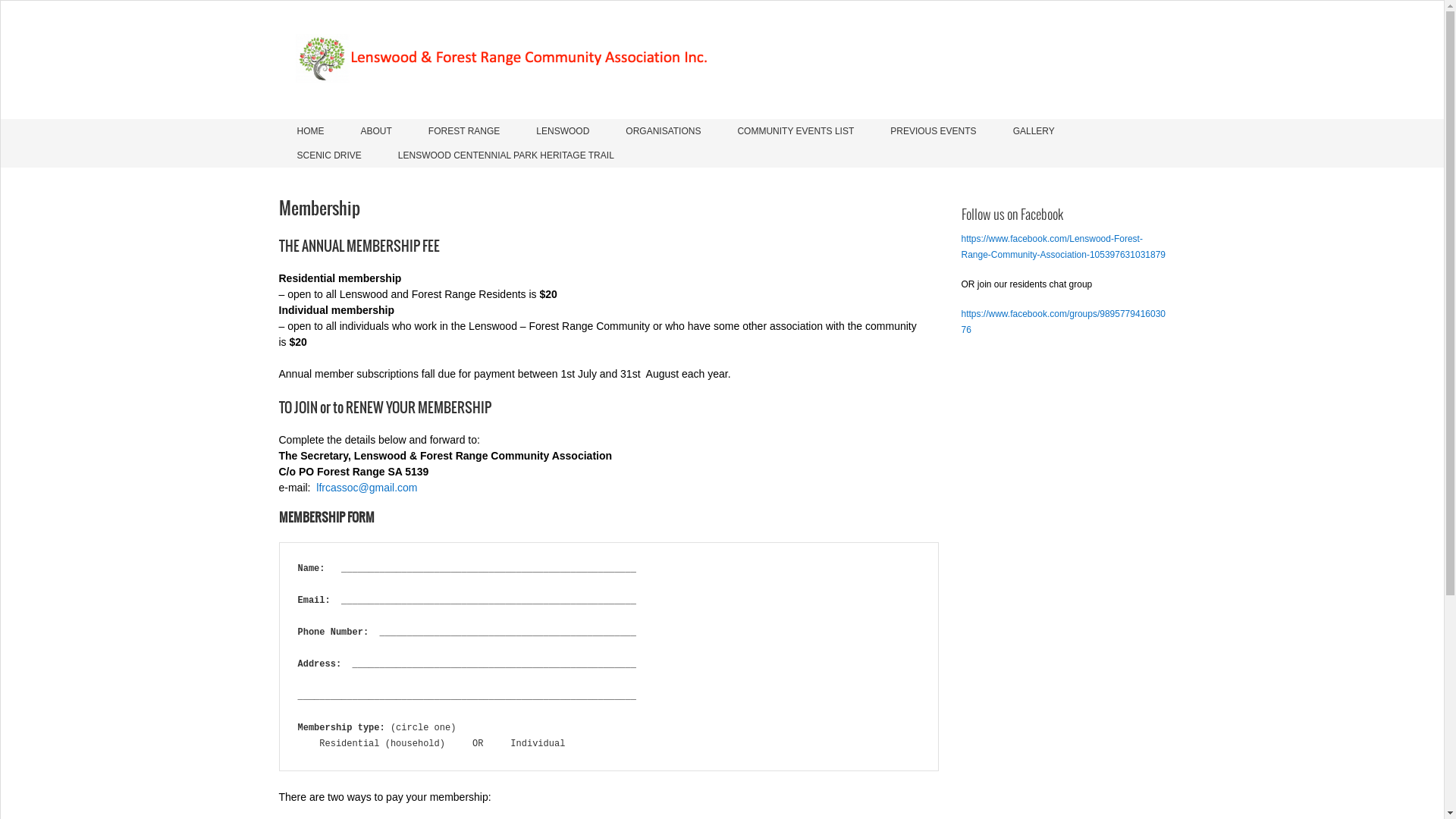 This screenshot has height=819, width=1456. I want to click on 'ORGANISATIONS', so click(663, 130).